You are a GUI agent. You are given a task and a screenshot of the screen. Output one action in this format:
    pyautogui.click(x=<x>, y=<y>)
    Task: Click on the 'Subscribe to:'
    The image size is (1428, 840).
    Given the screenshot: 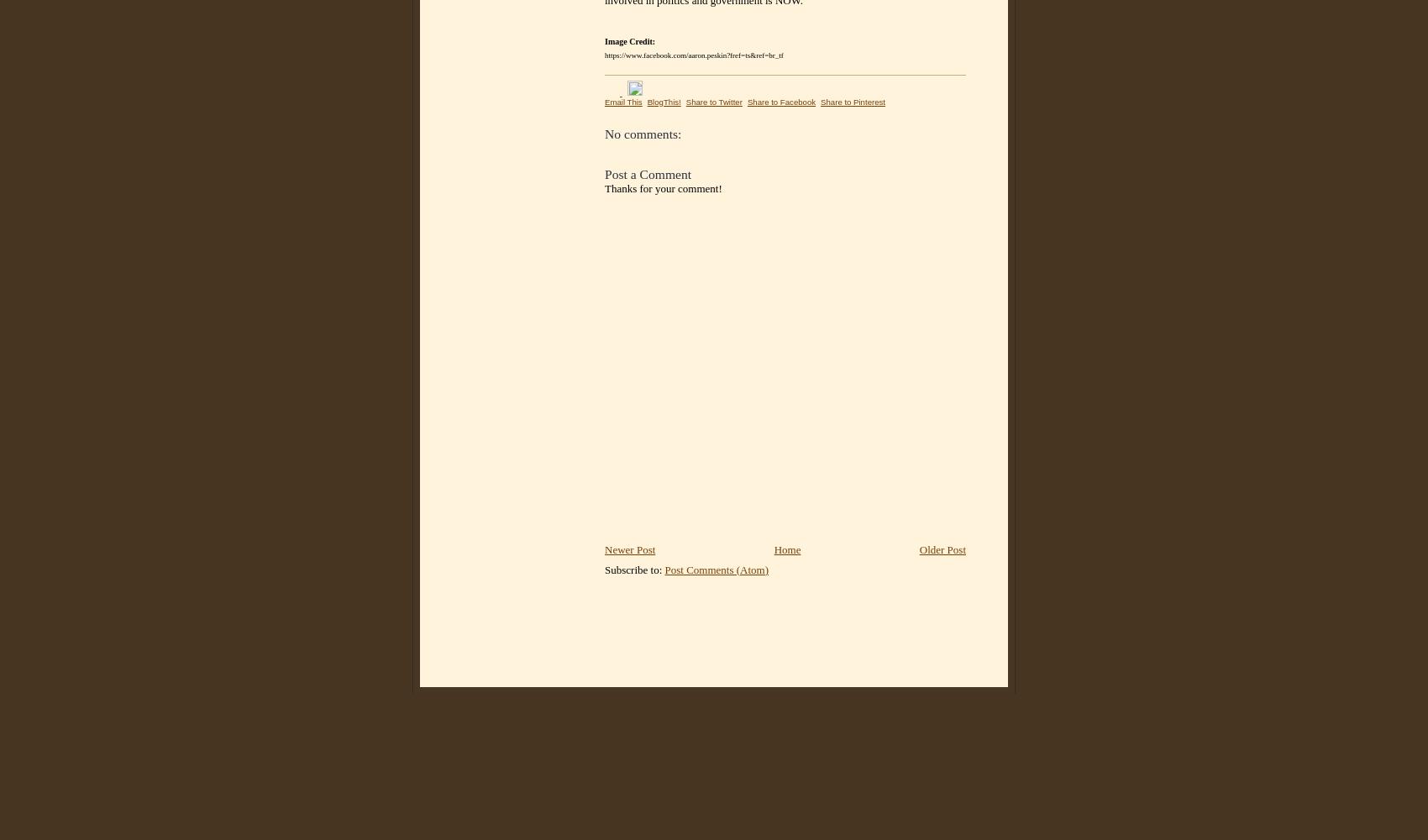 What is the action you would take?
    pyautogui.click(x=633, y=569)
    